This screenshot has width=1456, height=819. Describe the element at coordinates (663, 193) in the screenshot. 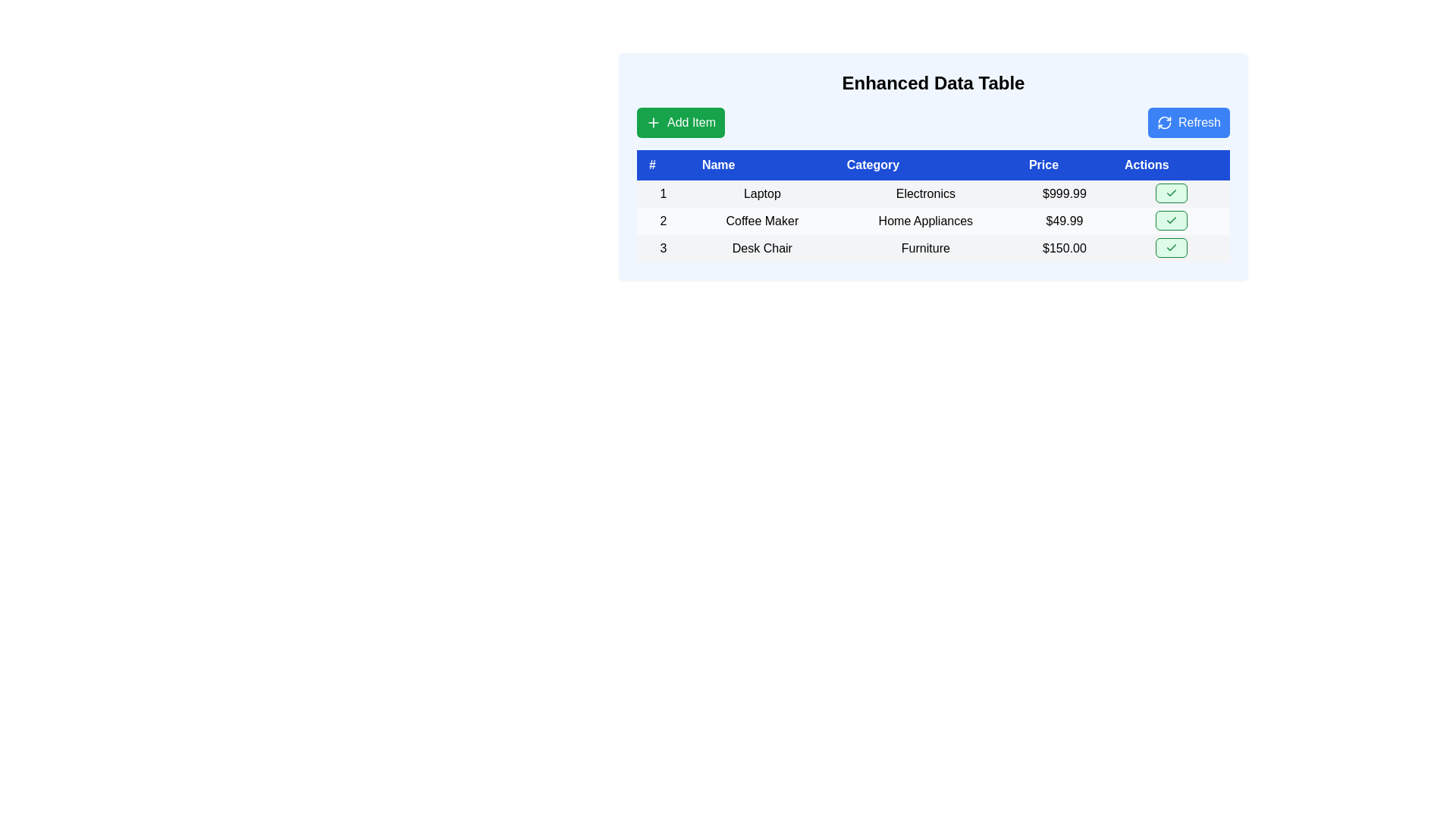

I see `the table cell displaying an ordinal number, which is located` at that location.